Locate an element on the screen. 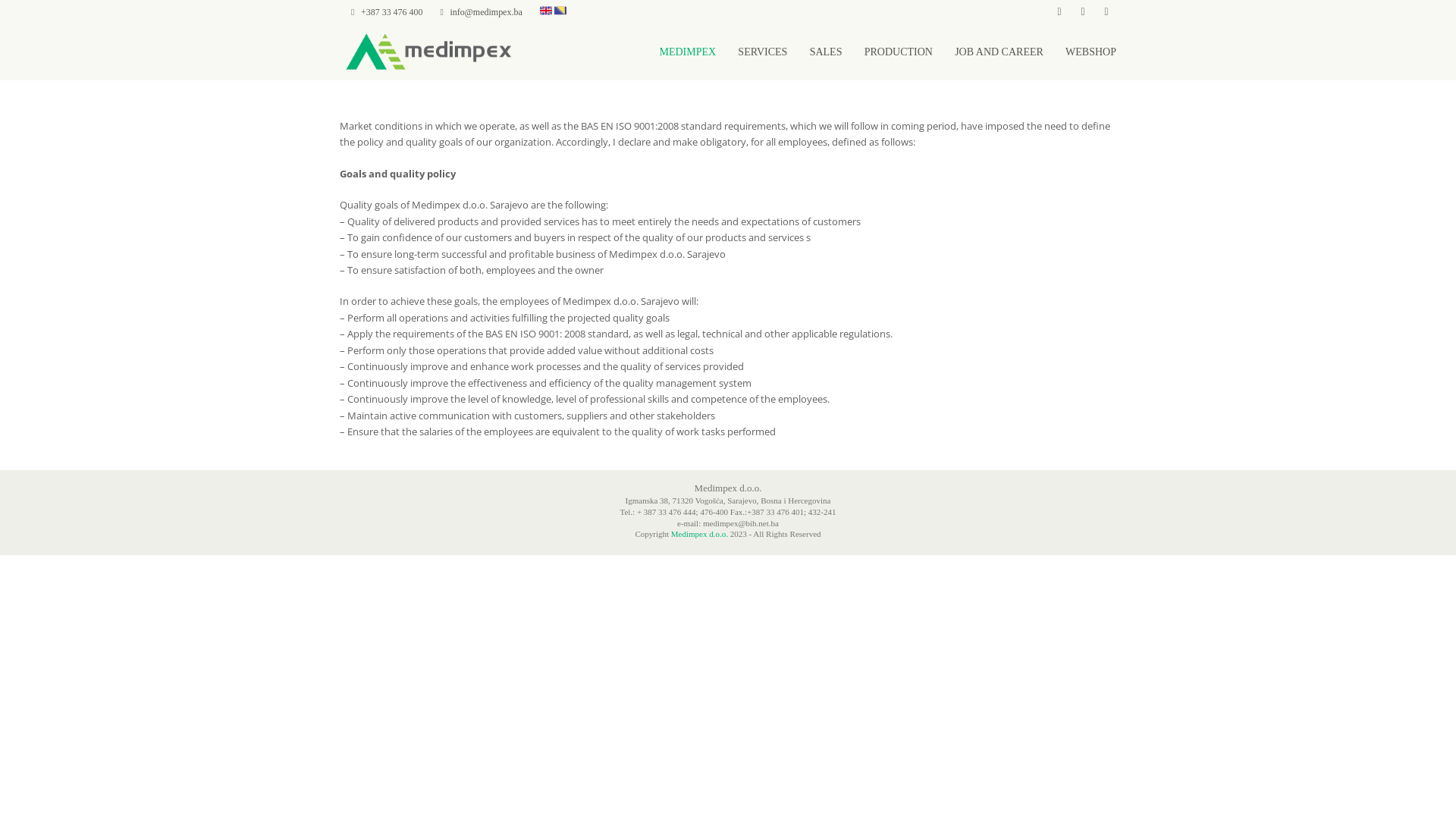 The height and width of the screenshot is (819, 1456). 'Instagram' is located at coordinates (1072, 11).